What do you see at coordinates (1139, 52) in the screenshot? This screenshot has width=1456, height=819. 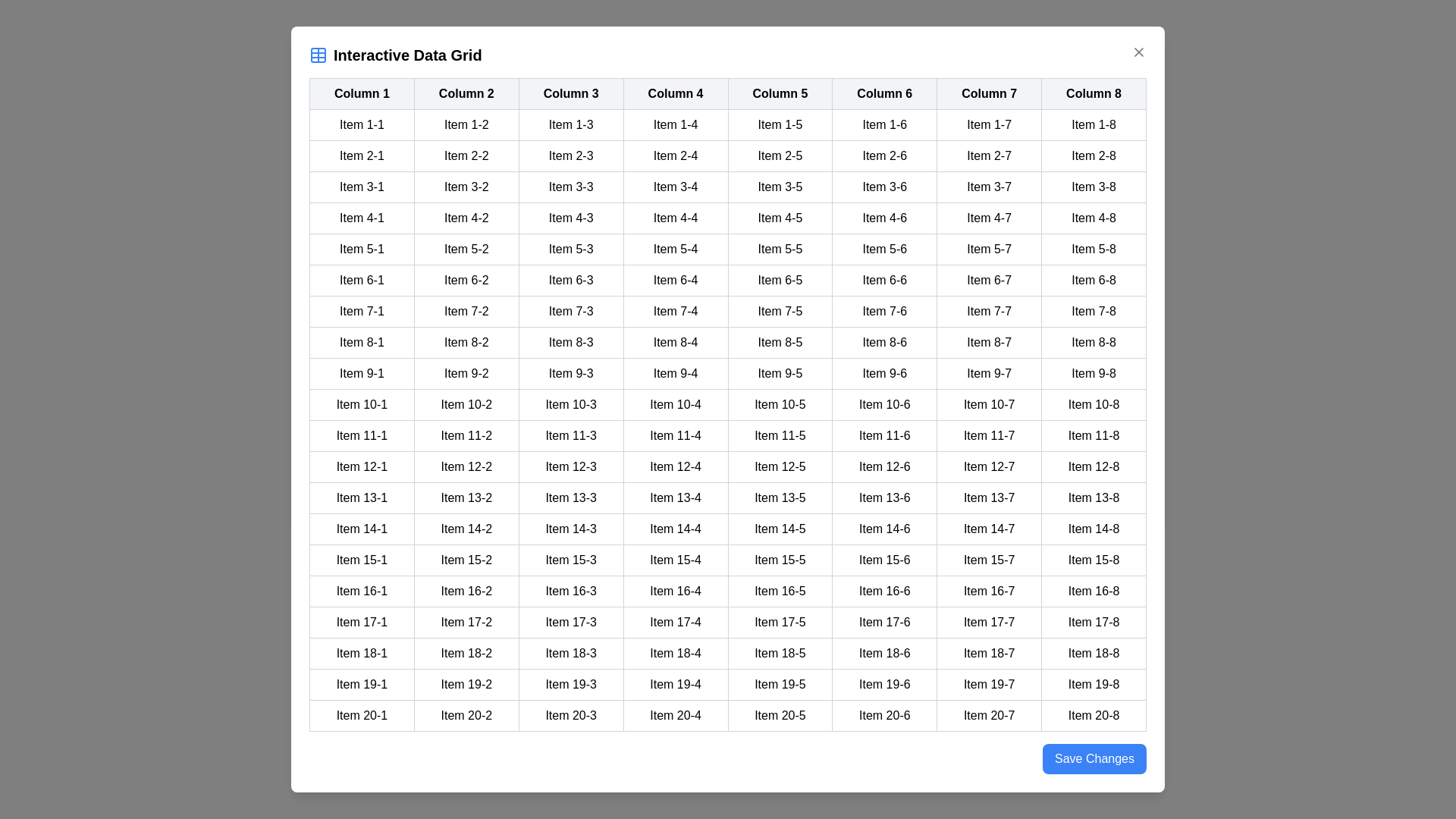 I see `the close button to close the dialog` at bounding box center [1139, 52].